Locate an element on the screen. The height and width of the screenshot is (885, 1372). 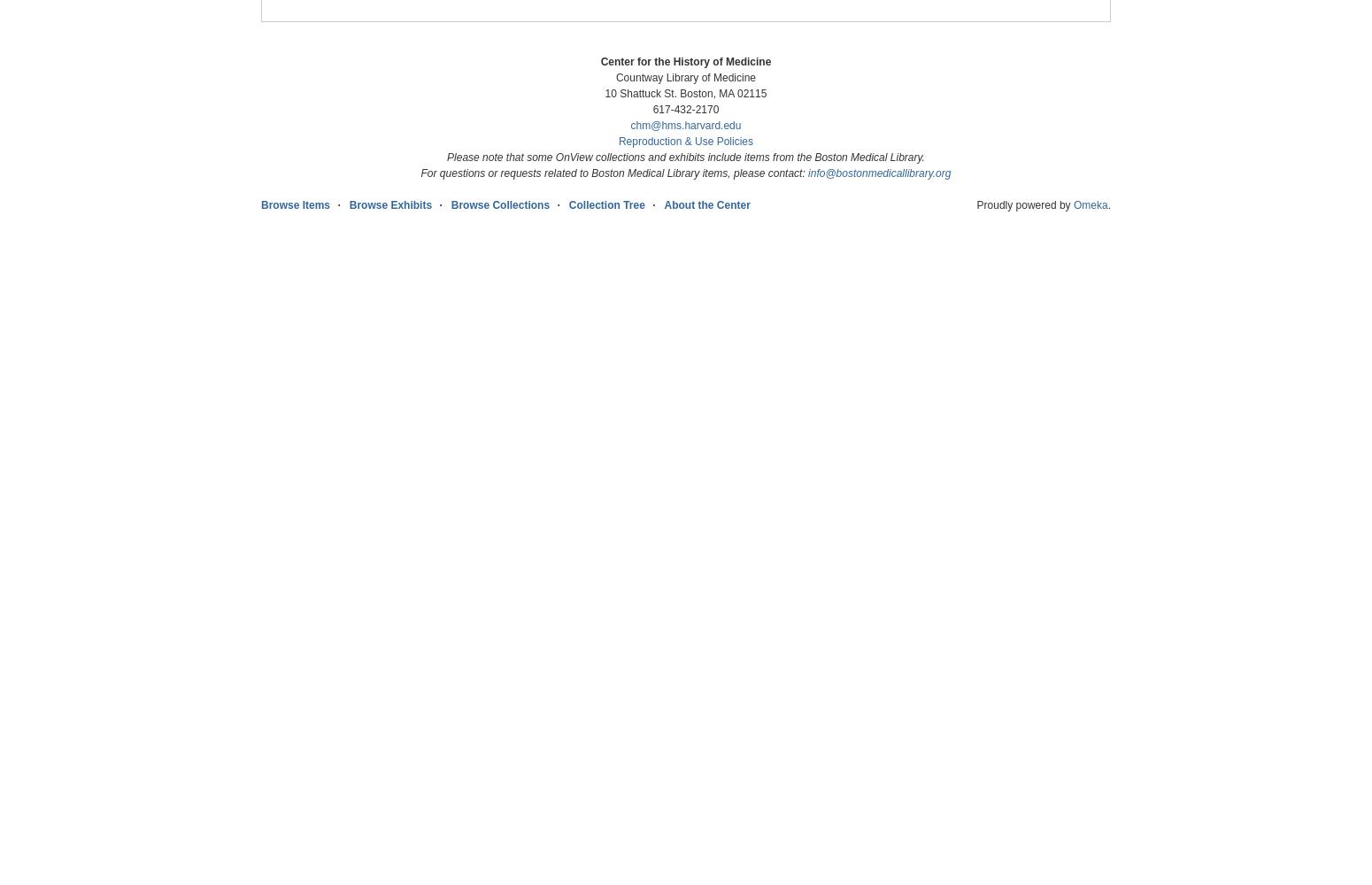
'Center for the History of Medicine' is located at coordinates (685, 61).